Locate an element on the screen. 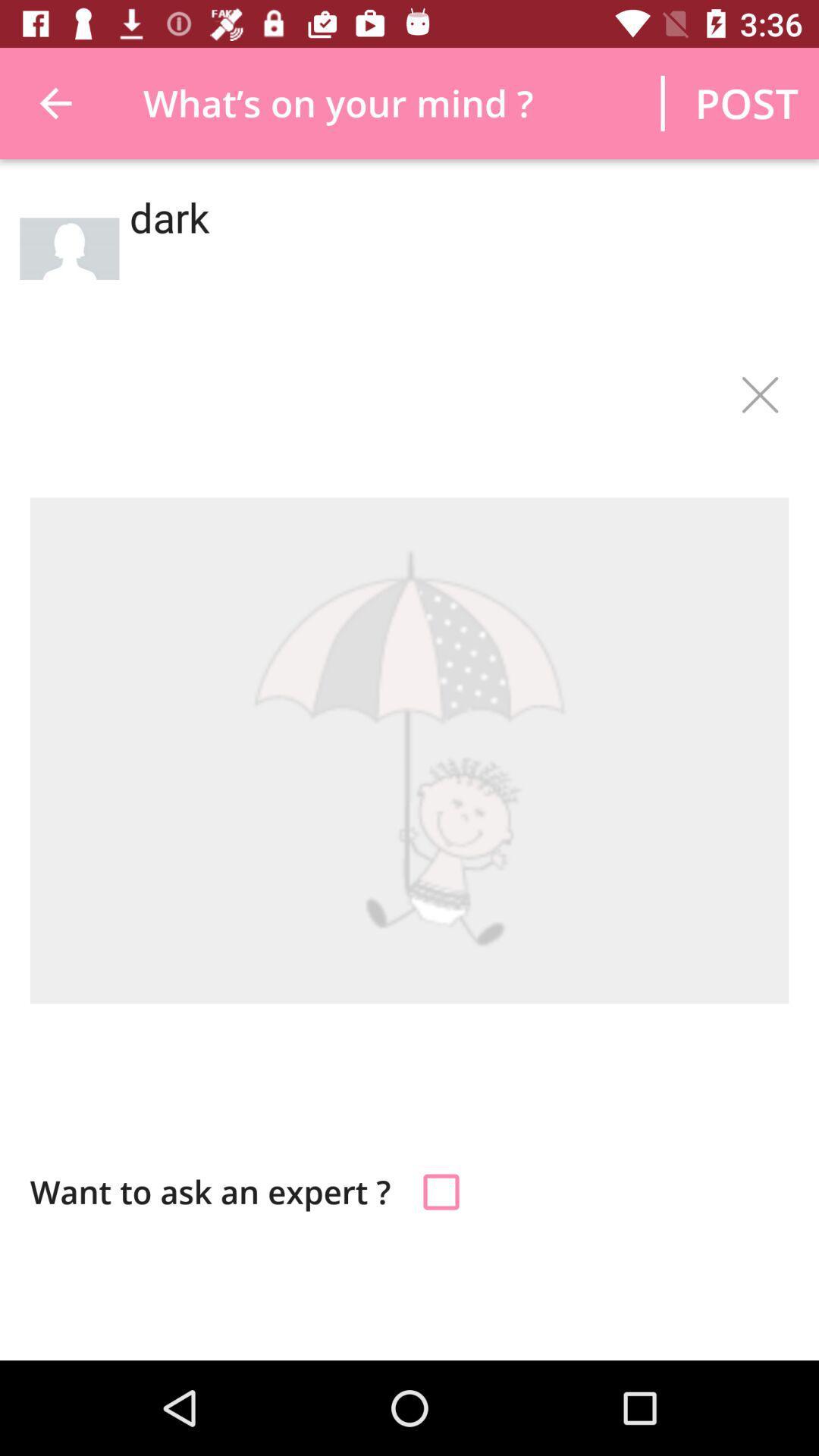 The width and height of the screenshot is (819, 1456). the icon to the right of the want to ask item is located at coordinates (441, 1191).